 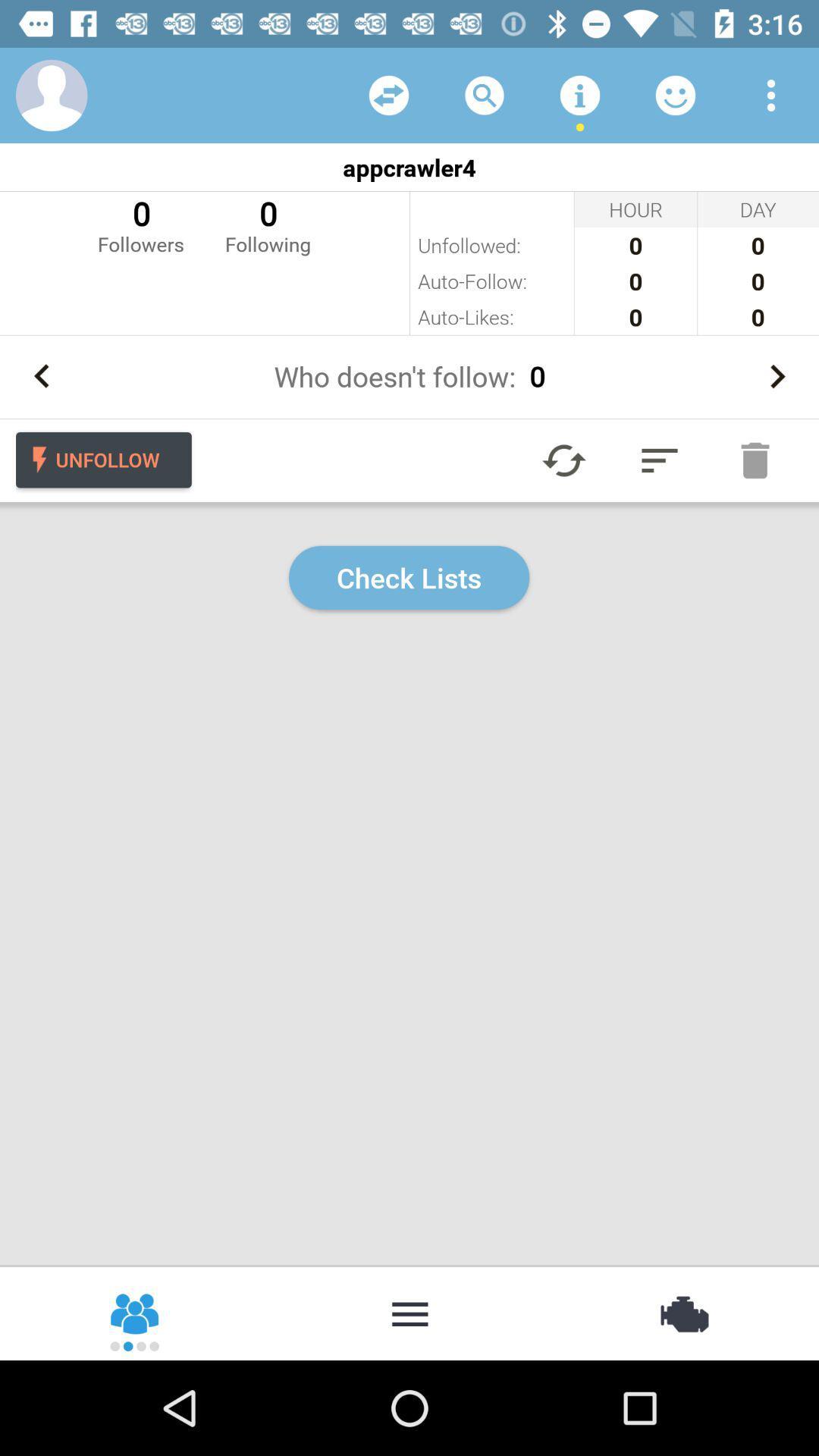 I want to click on search the app, so click(x=485, y=94).